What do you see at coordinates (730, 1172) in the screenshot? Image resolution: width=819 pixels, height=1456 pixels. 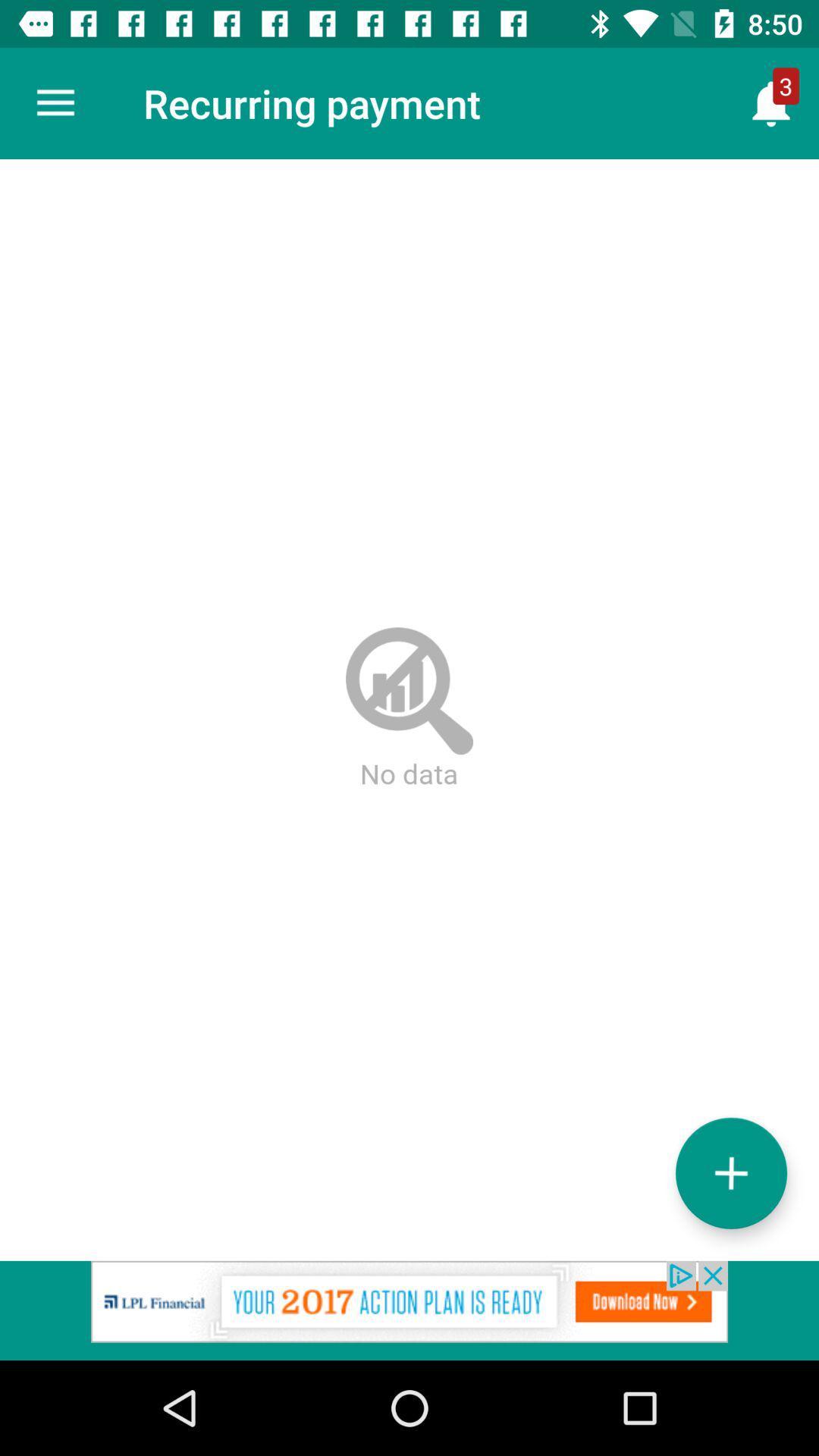 I see `the add icon` at bounding box center [730, 1172].